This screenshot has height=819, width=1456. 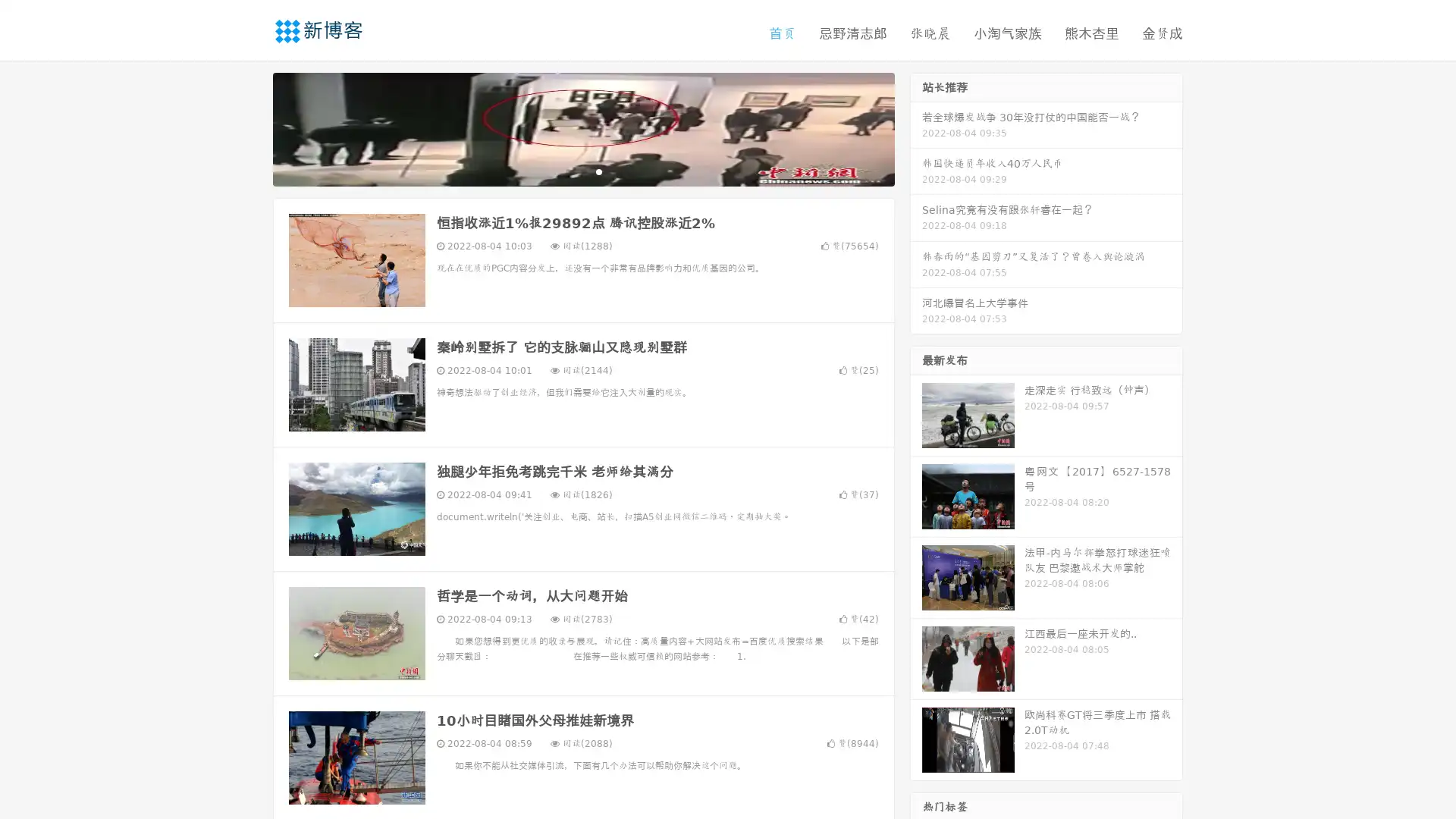 I want to click on Next slide, so click(x=916, y=127).